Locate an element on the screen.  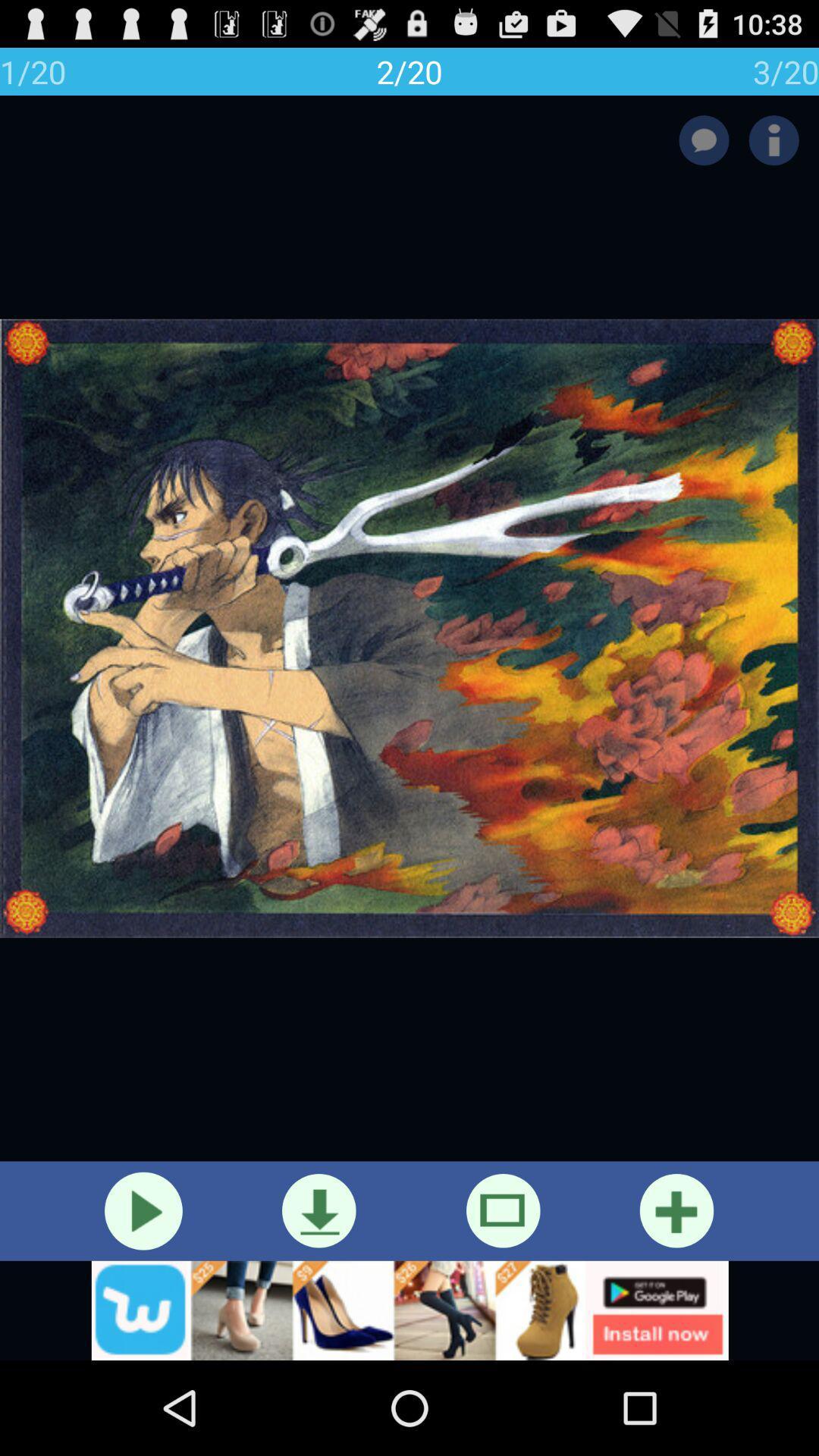
the video is located at coordinates (143, 1210).